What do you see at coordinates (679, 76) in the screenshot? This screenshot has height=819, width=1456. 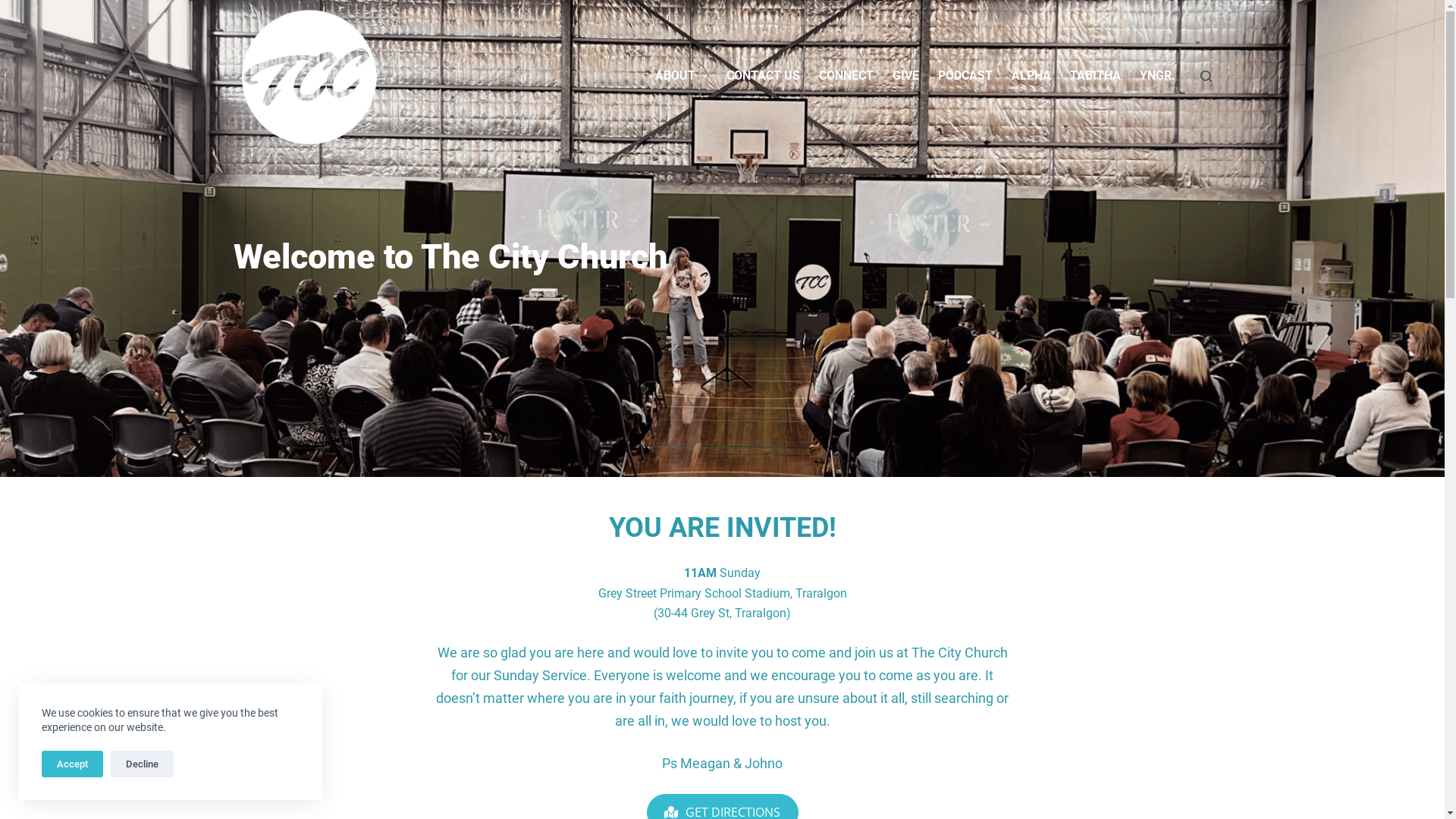 I see `'ABOUT'` at bounding box center [679, 76].